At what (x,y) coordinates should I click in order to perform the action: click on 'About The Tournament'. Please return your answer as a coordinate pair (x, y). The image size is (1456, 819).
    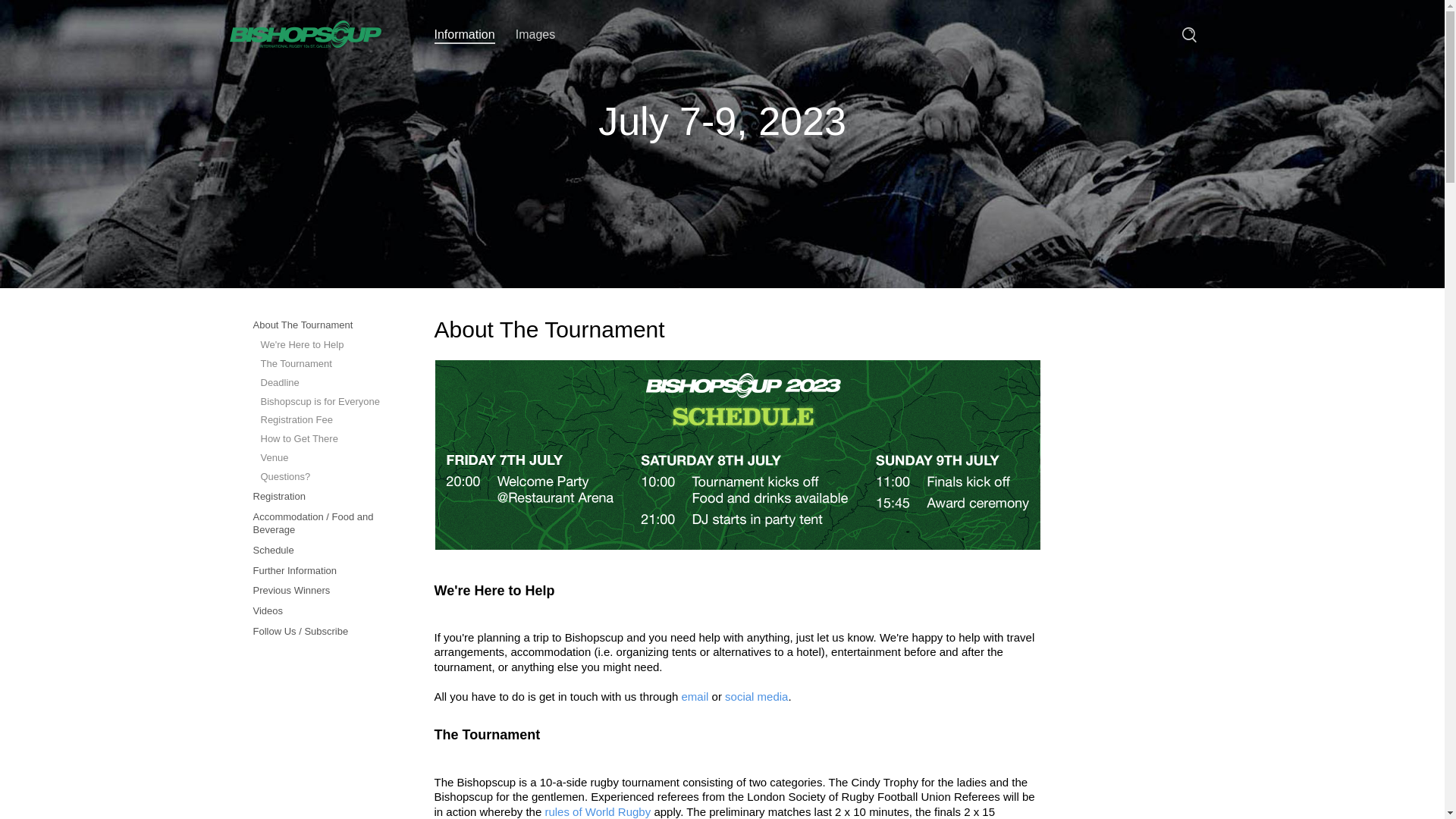
    Looking at the image, I should click on (321, 325).